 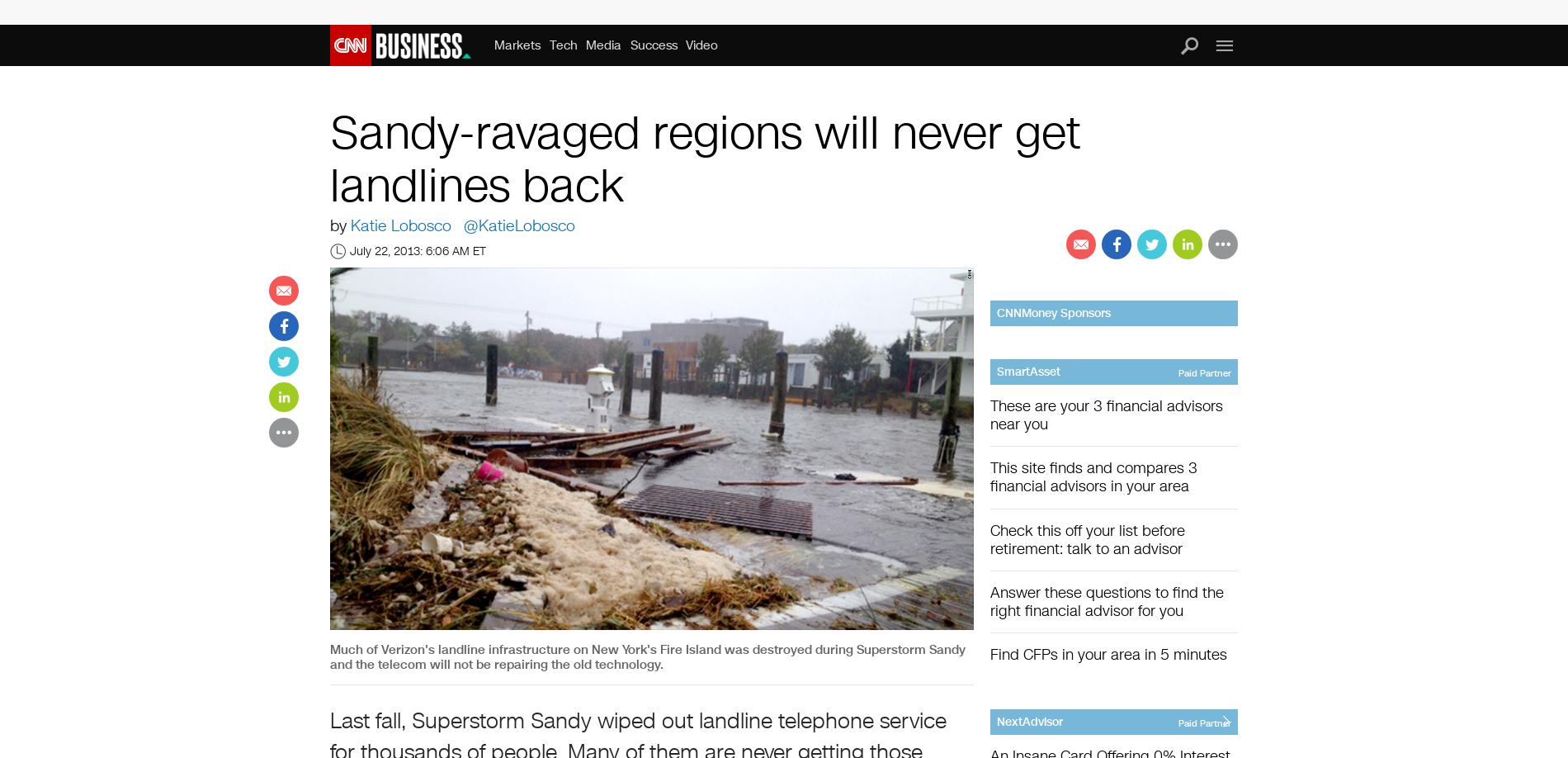 I want to click on 'Answer these questions to find the right financial advisor for you', so click(x=1106, y=599).